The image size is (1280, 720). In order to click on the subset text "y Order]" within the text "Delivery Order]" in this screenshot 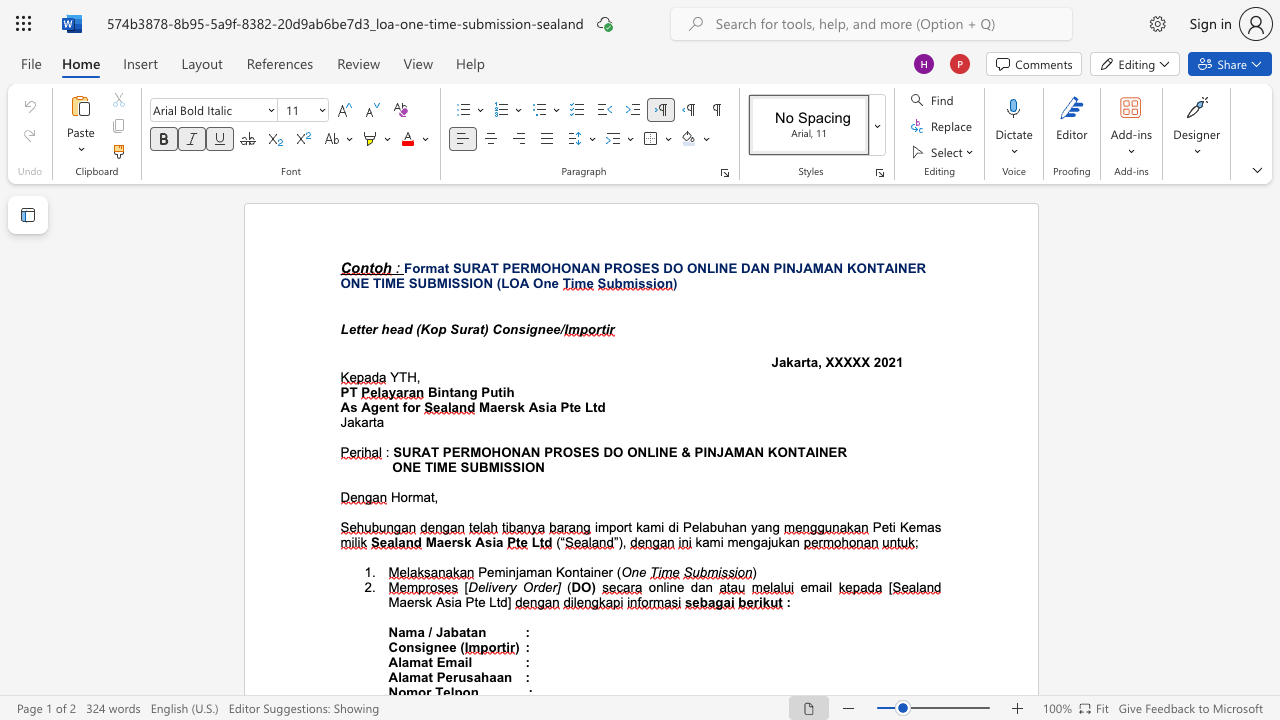, I will do `click(509, 586)`.